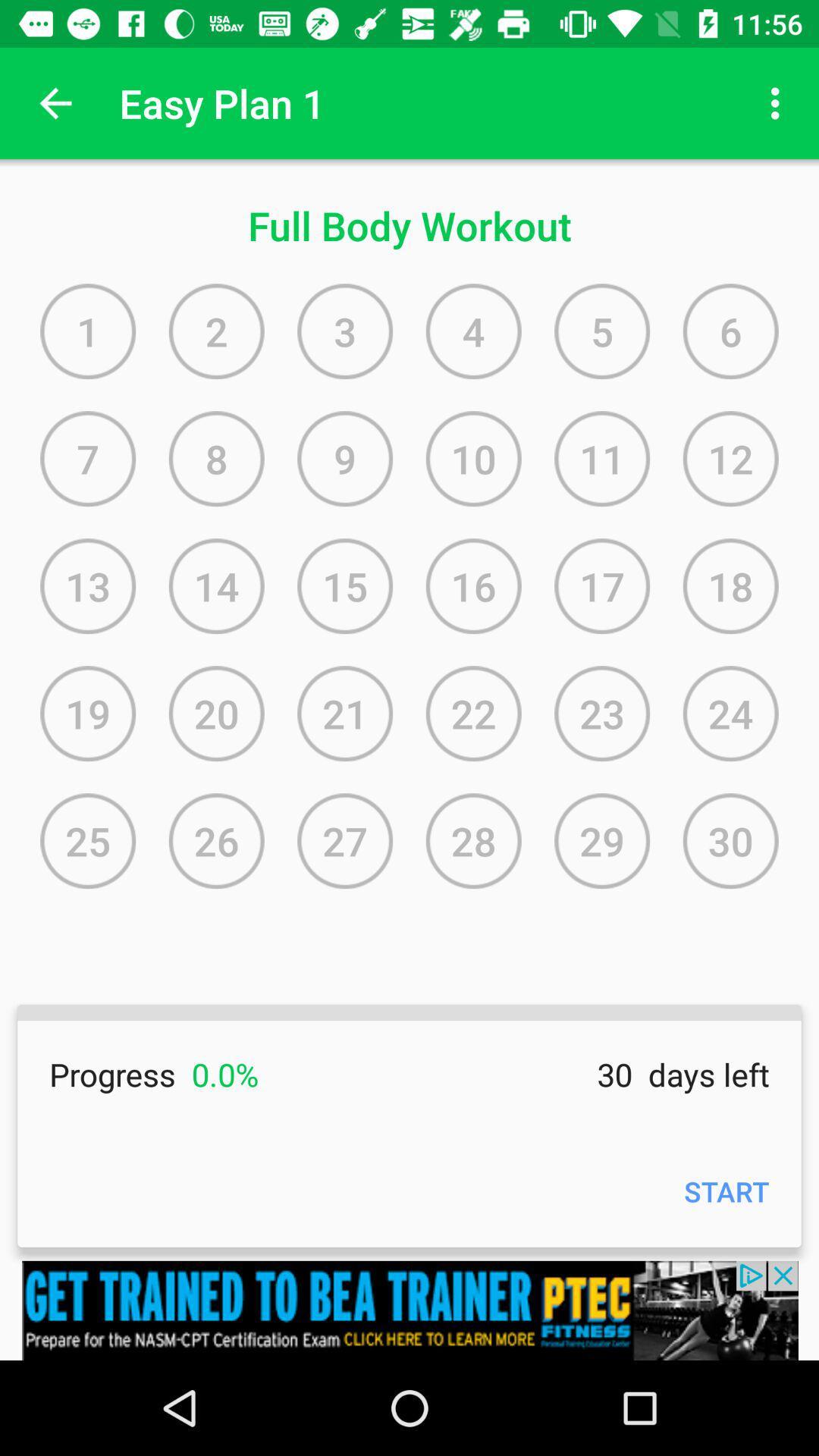 The image size is (819, 1456). What do you see at coordinates (409, 1310) in the screenshot?
I see `the advertisement option` at bounding box center [409, 1310].